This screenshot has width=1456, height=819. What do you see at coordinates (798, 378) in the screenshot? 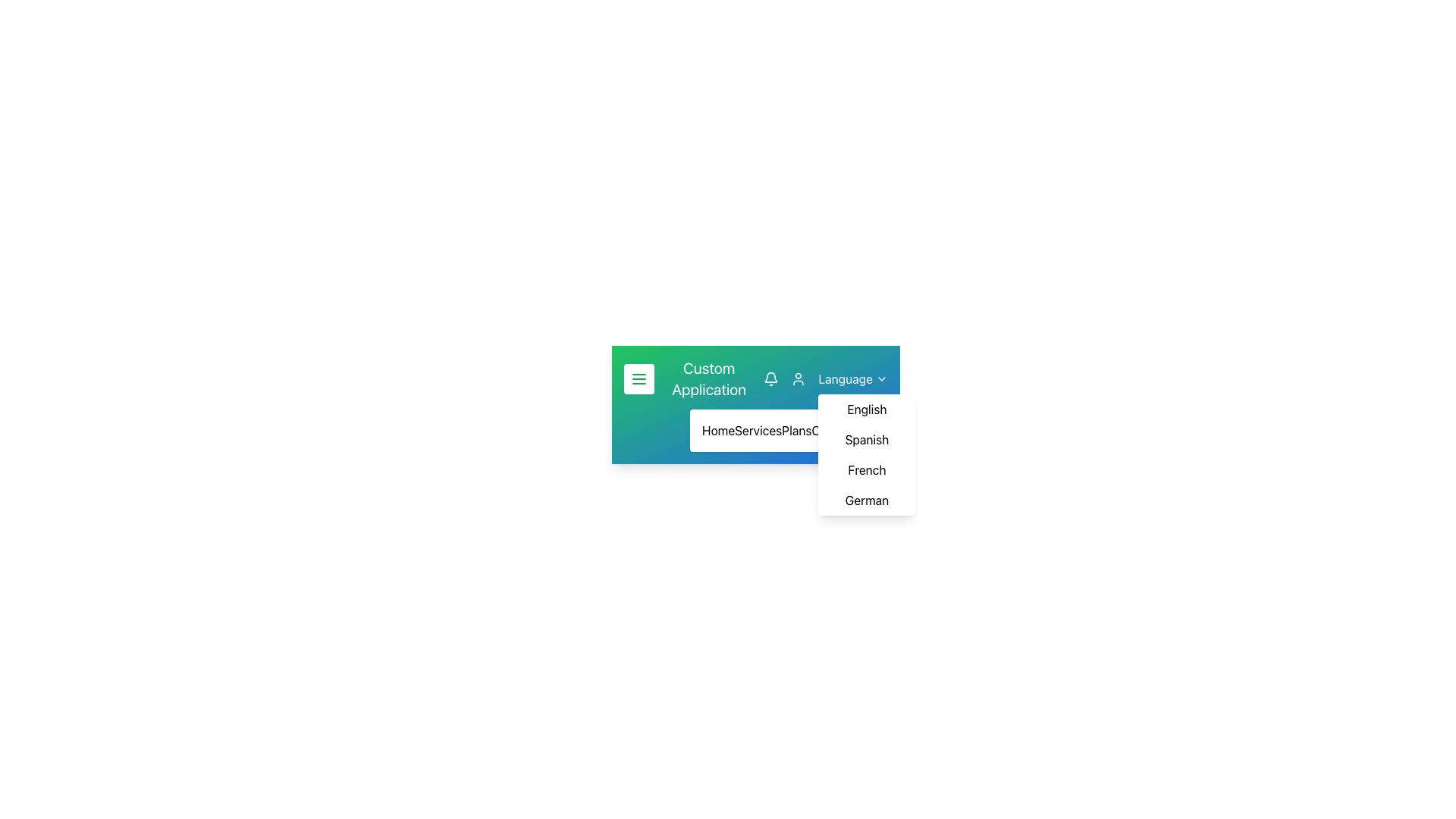
I see `the small user icon in the top navigation bar, which is located next to the notification bell icon` at bounding box center [798, 378].